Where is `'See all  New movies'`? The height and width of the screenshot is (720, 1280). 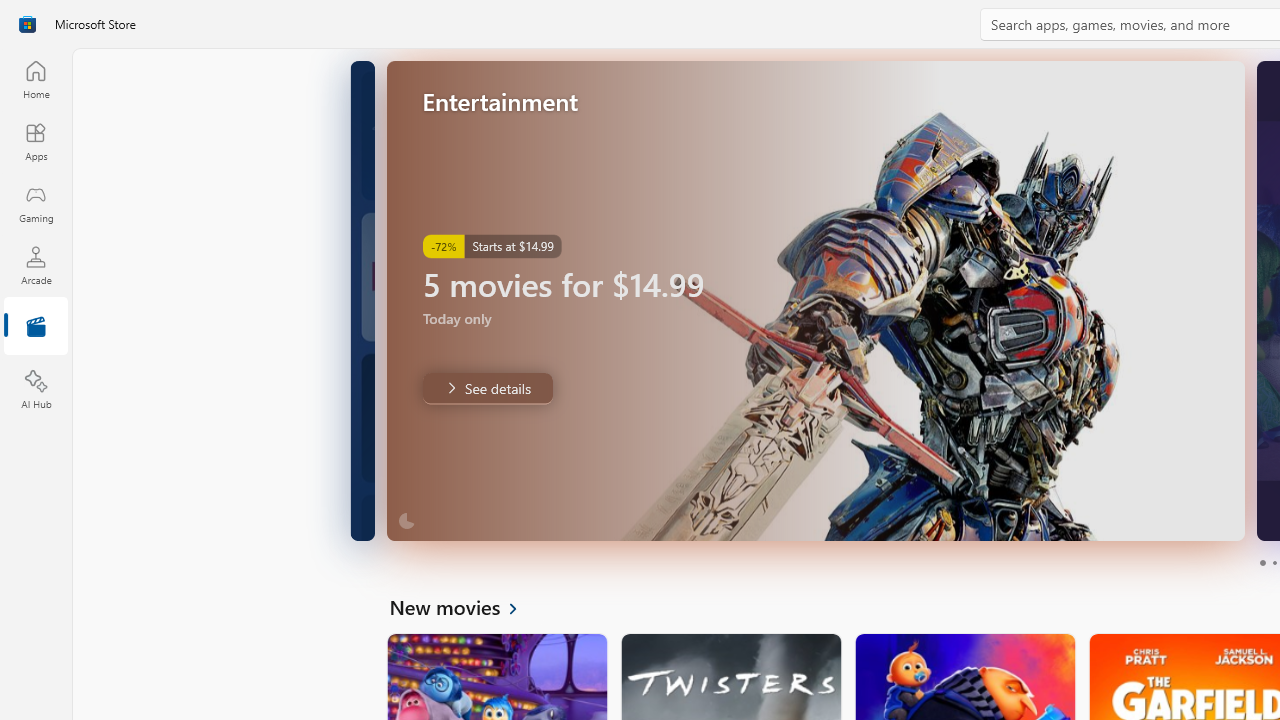 'See all  New movies' is located at coordinates (464, 605).